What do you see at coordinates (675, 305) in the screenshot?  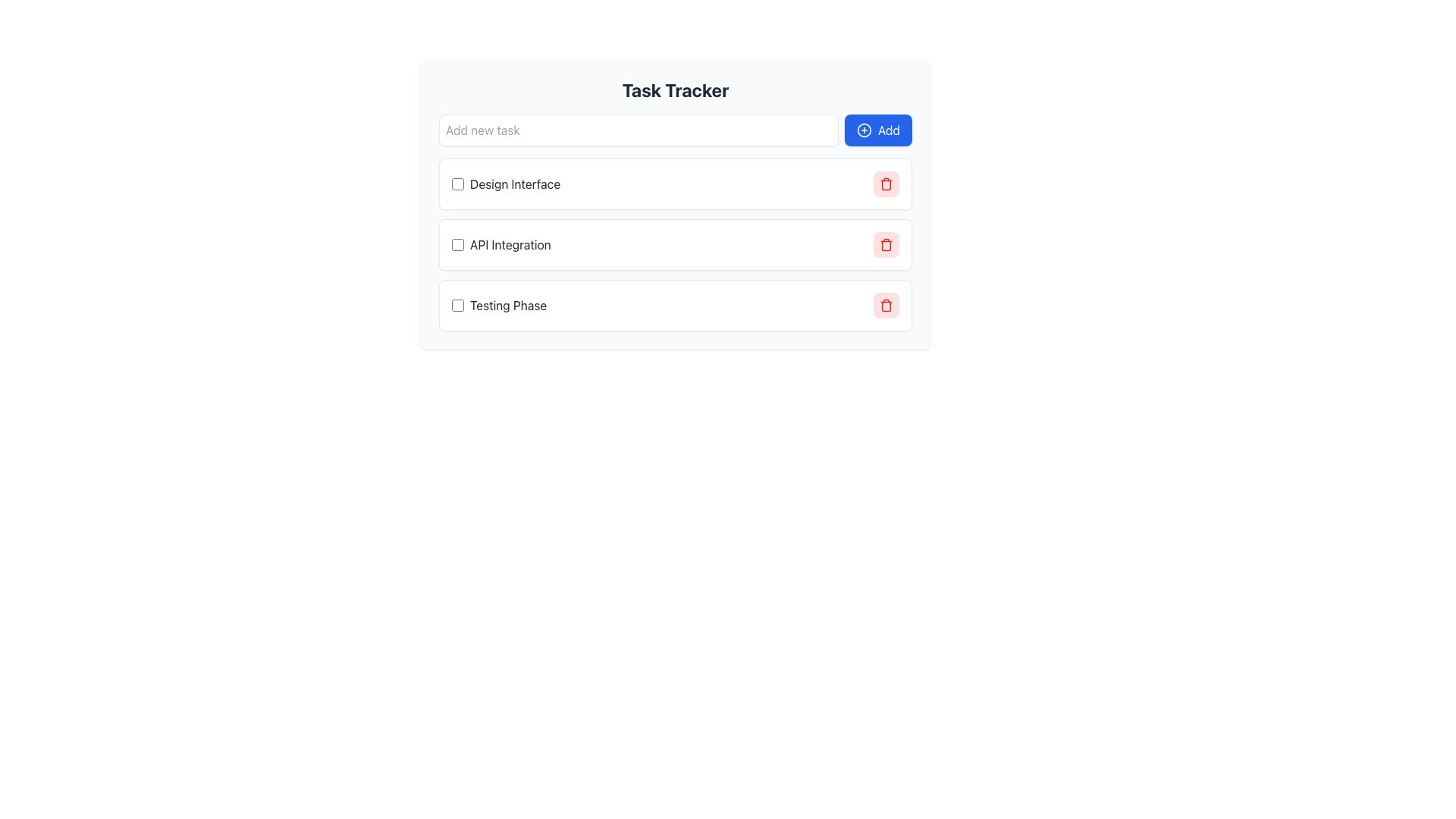 I see `the checkbox of the third task item in the task tracker application to mark it as complete` at bounding box center [675, 305].